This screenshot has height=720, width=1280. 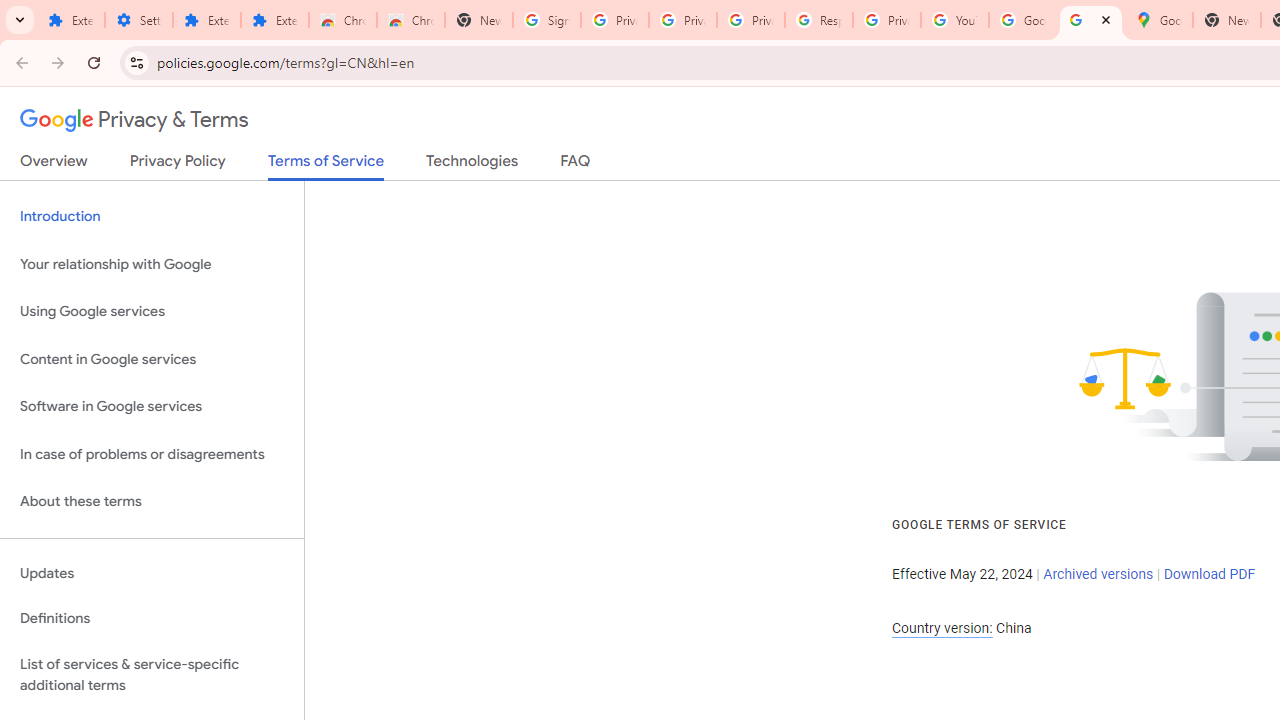 I want to click on 'Introduction', so click(x=151, y=217).